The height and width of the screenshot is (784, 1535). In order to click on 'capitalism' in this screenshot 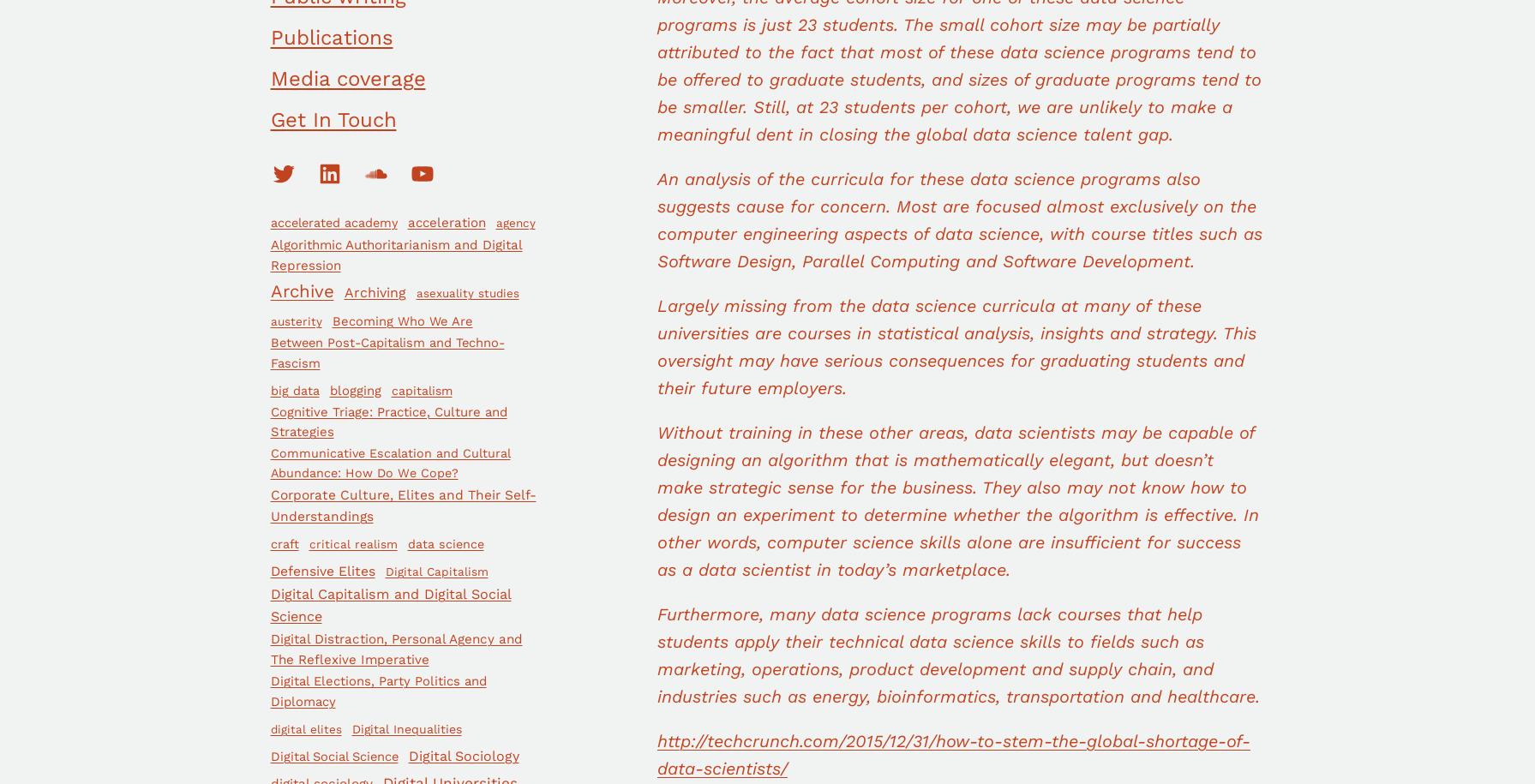, I will do `click(421, 390)`.